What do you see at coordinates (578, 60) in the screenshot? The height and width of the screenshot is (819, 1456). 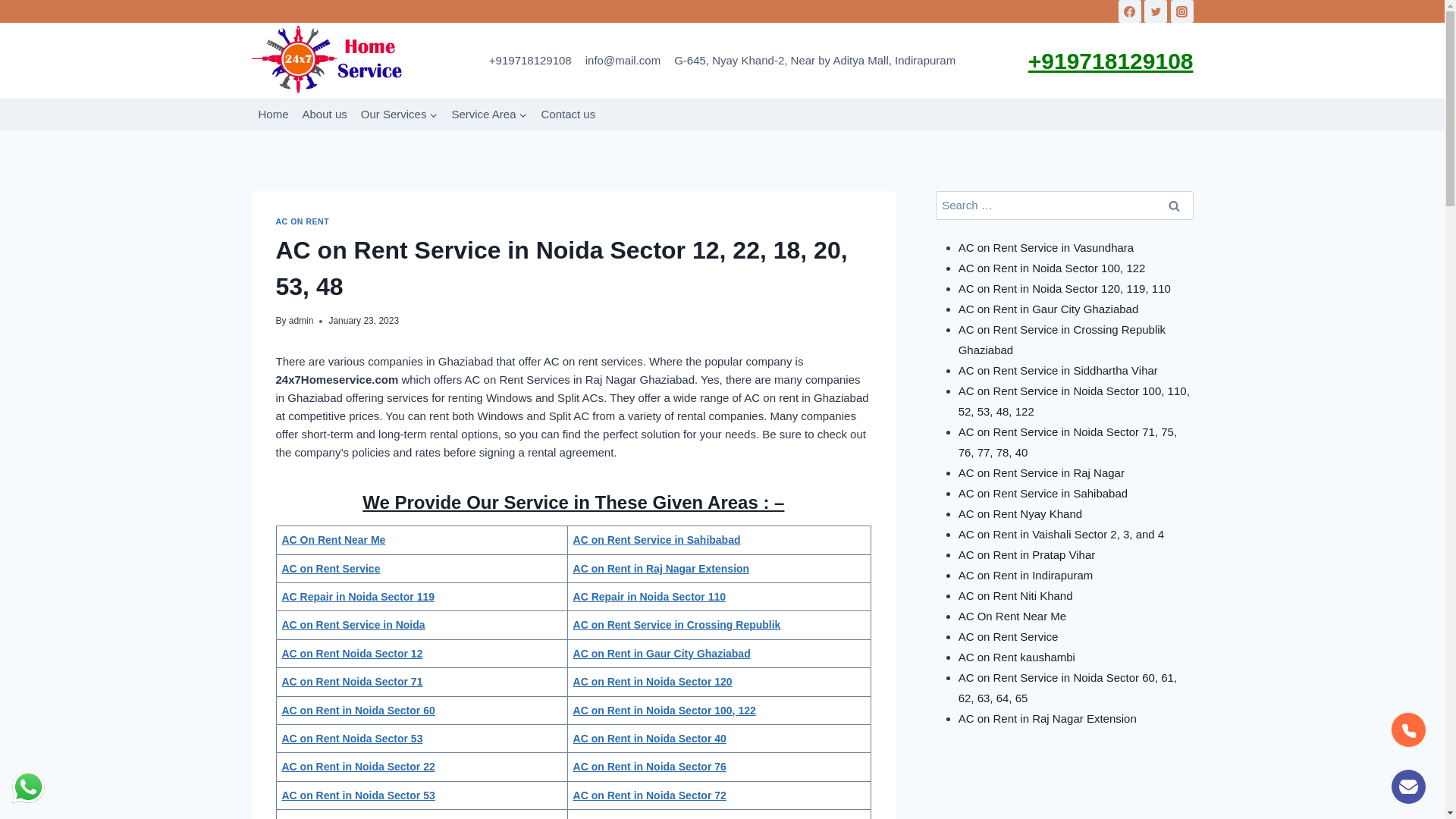 I see `'info@mail.com'` at bounding box center [578, 60].